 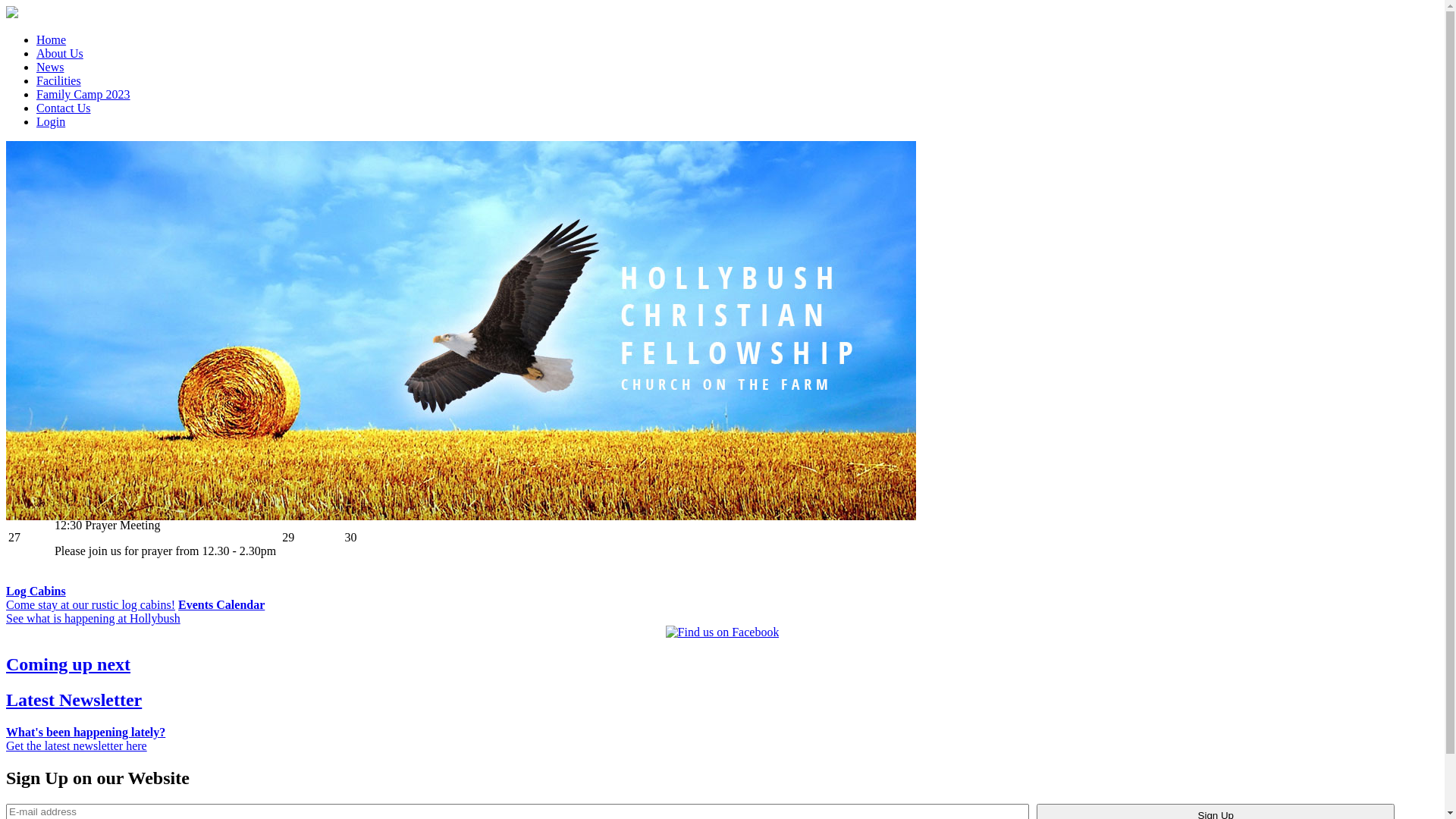 I want to click on 'Facilities', so click(x=58, y=80).